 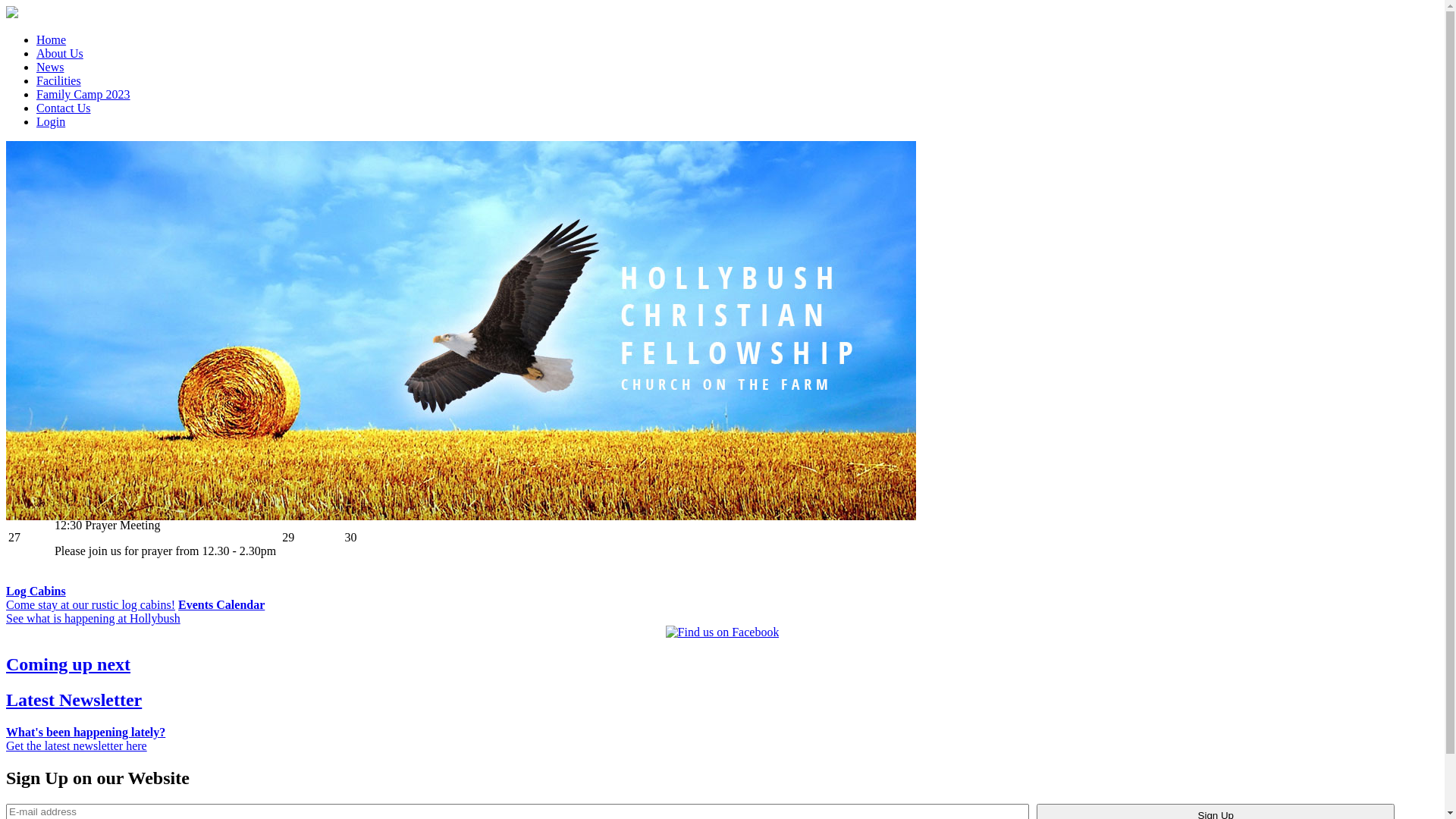 I want to click on 'Facilities', so click(x=58, y=80).